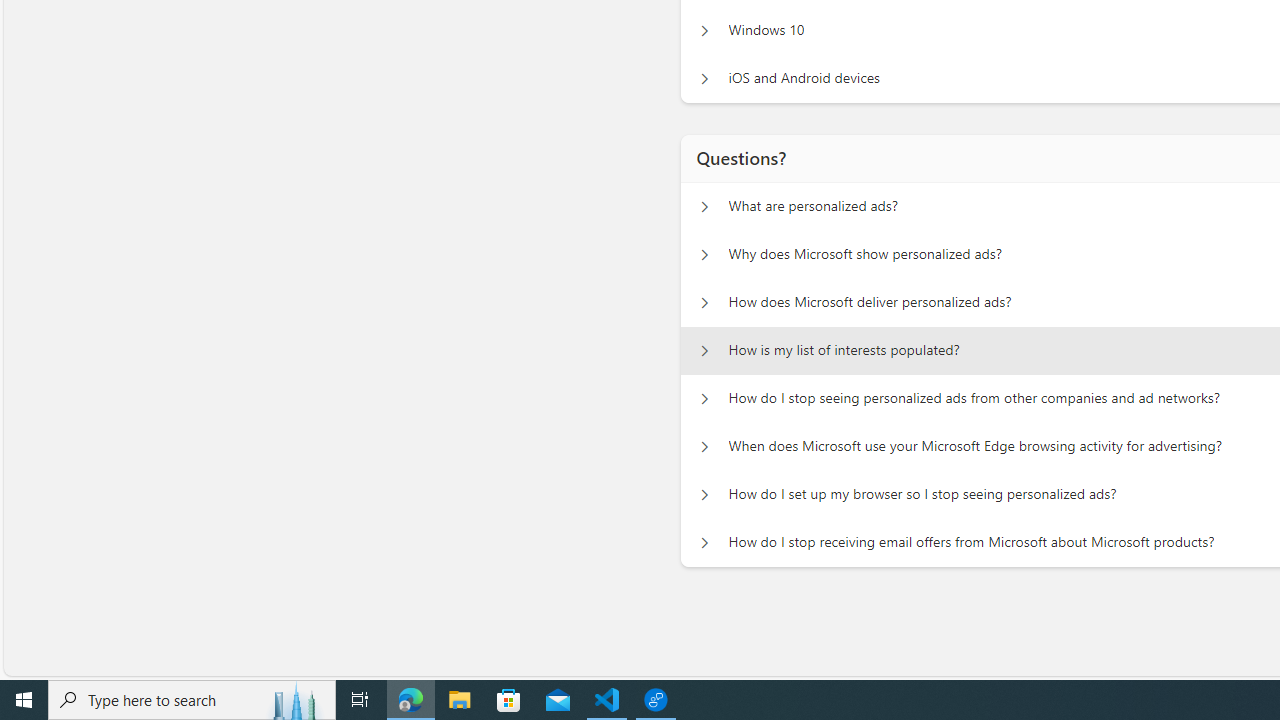 This screenshot has height=720, width=1280. I want to click on 'Questions? What are personalized ads?', so click(704, 206).